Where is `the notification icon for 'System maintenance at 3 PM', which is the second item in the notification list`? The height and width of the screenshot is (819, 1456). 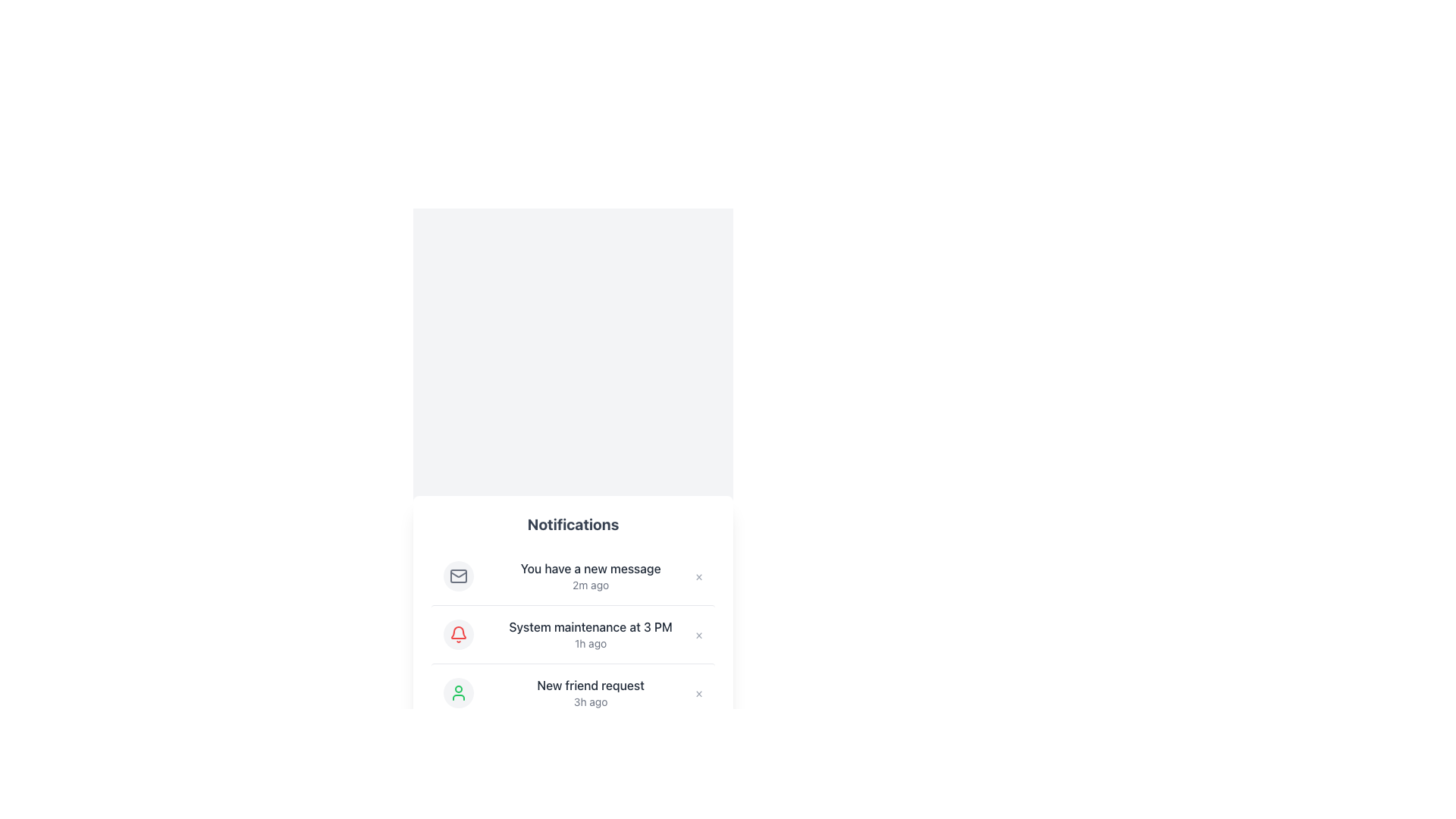 the notification icon for 'System maintenance at 3 PM', which is the second item in the notification list is located at coordinates (457, 635).